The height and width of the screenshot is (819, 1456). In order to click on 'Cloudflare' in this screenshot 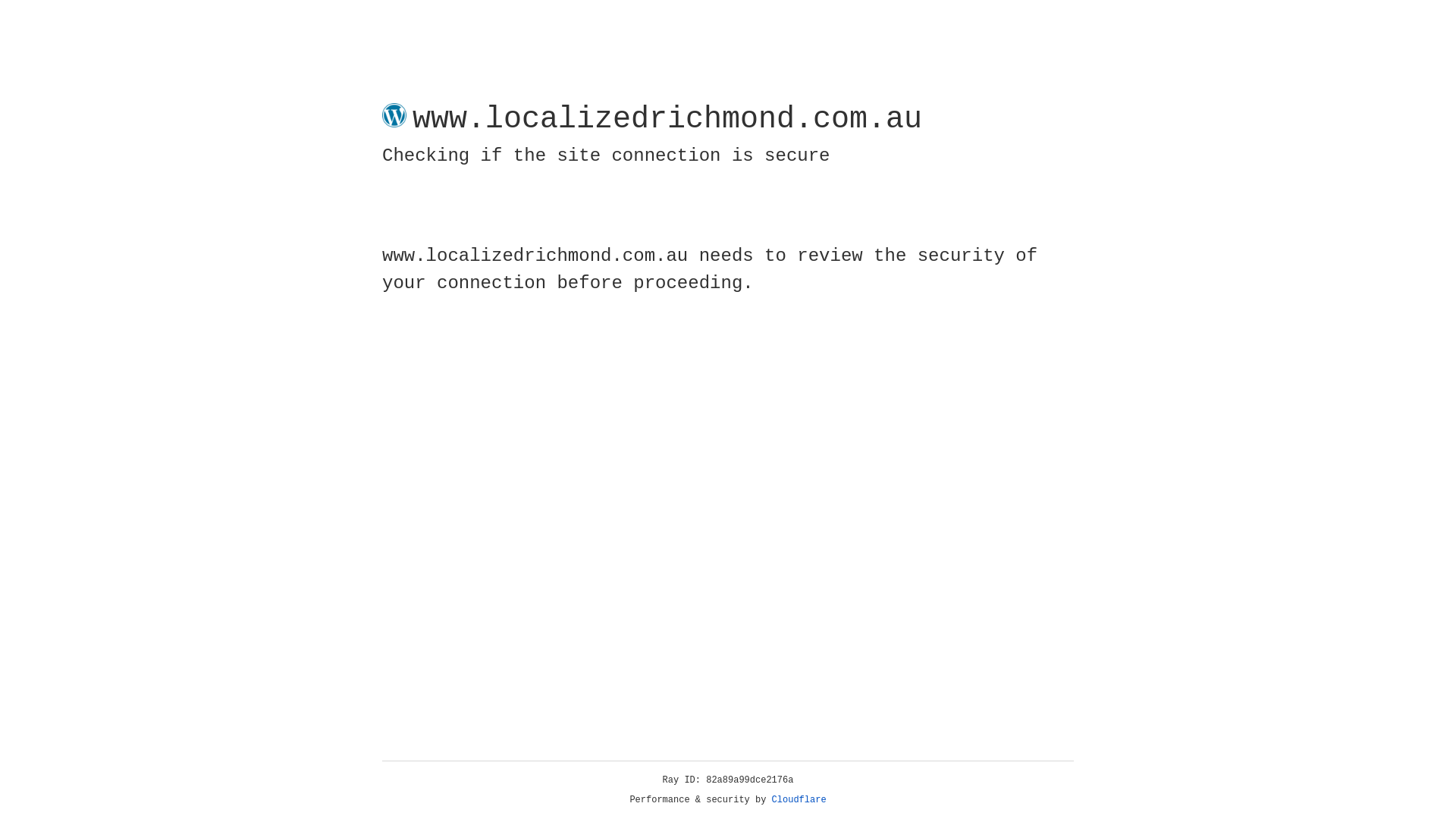, I will do `click(799, 799)`.